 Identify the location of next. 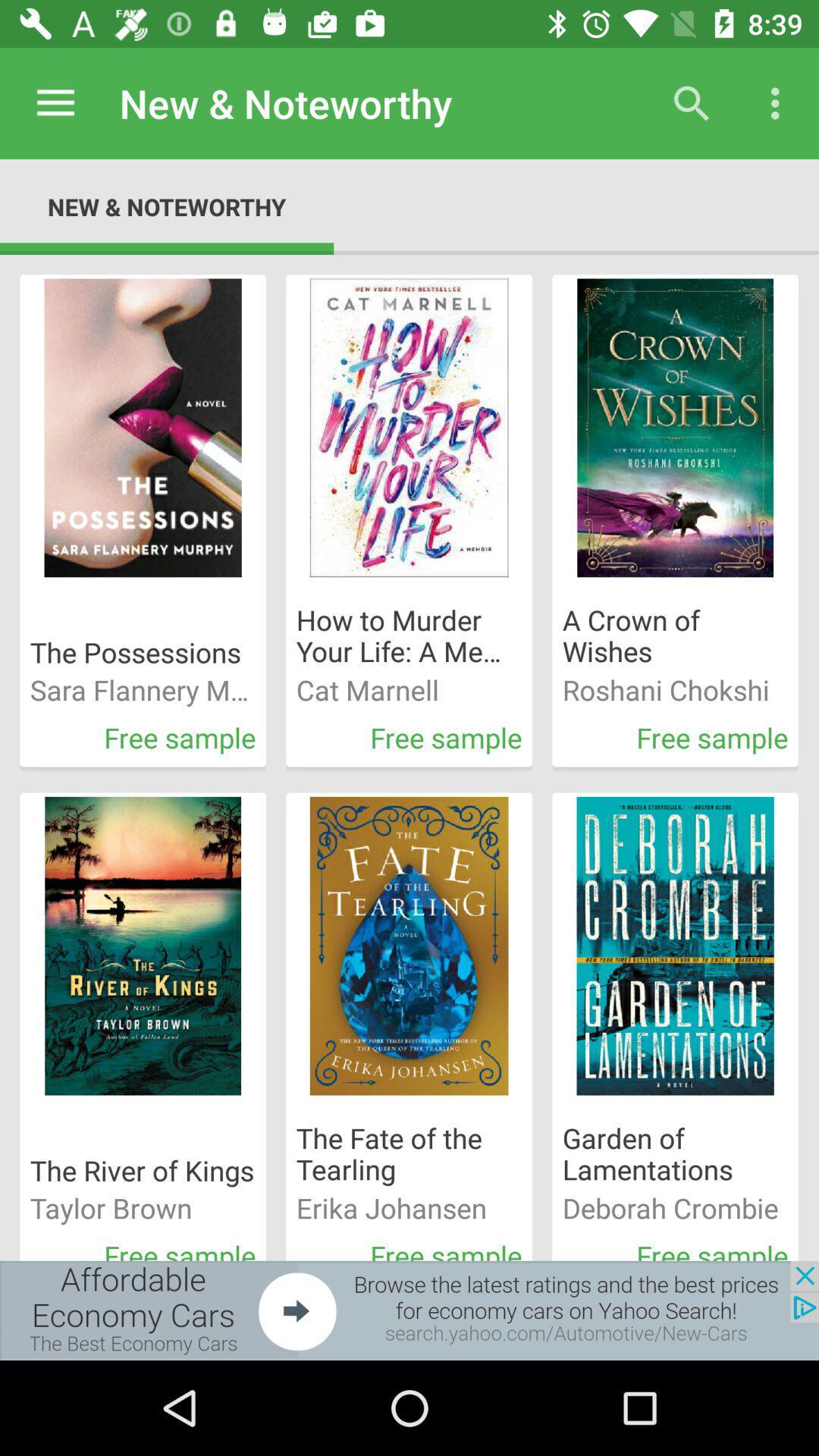
(409, 1310).